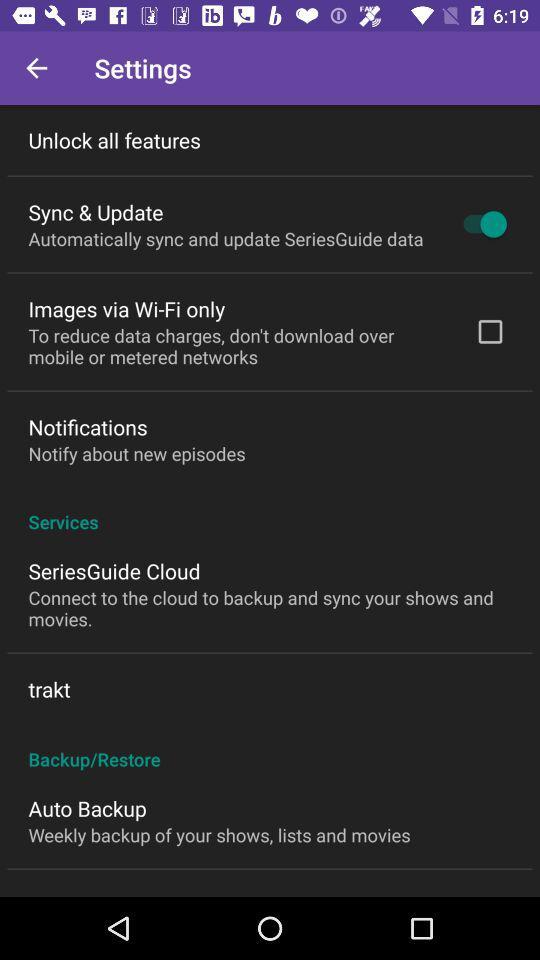  I want to click on icon to the right of automatically sync and, so click(479, 224).